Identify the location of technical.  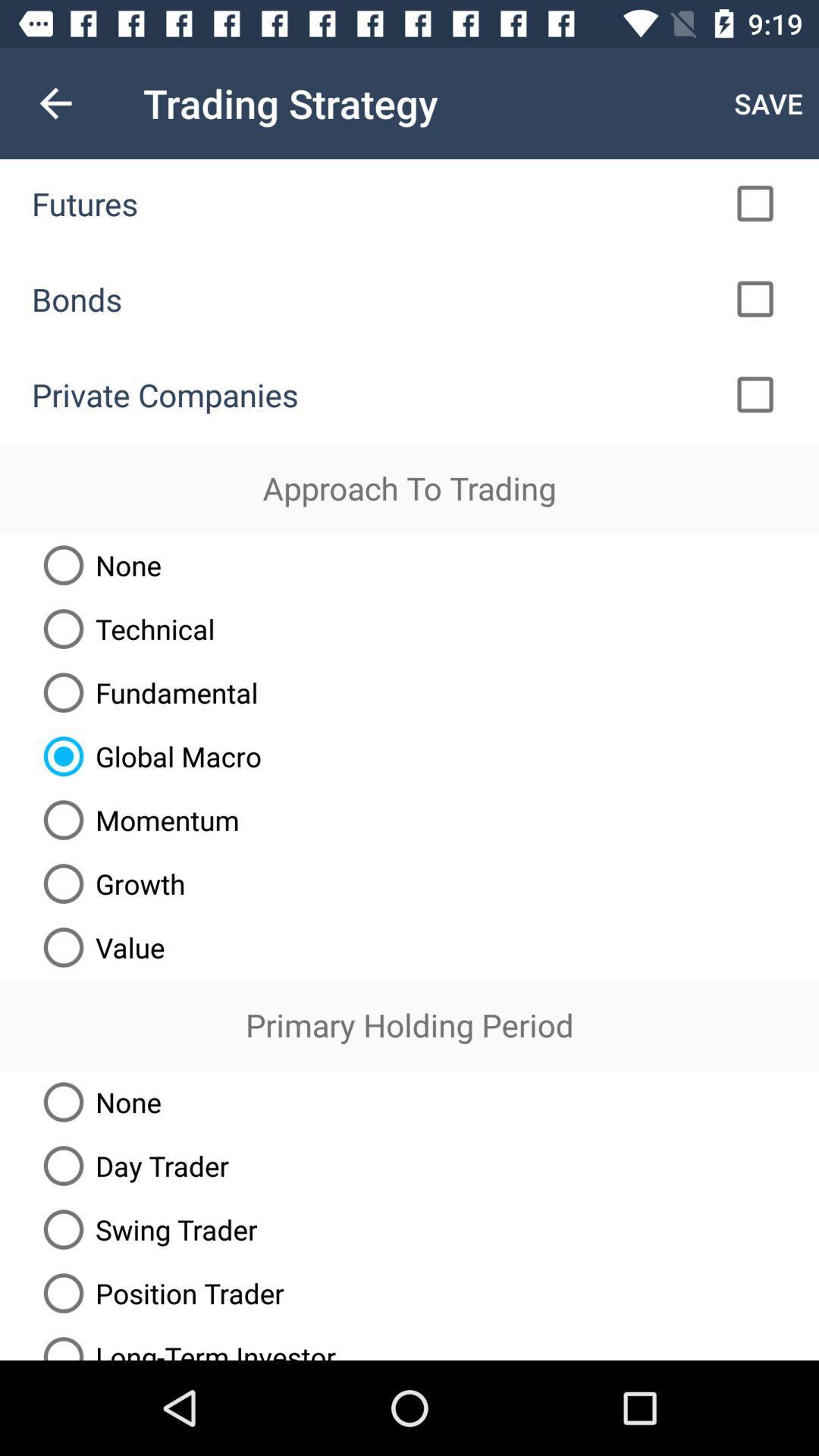
(122, 629).